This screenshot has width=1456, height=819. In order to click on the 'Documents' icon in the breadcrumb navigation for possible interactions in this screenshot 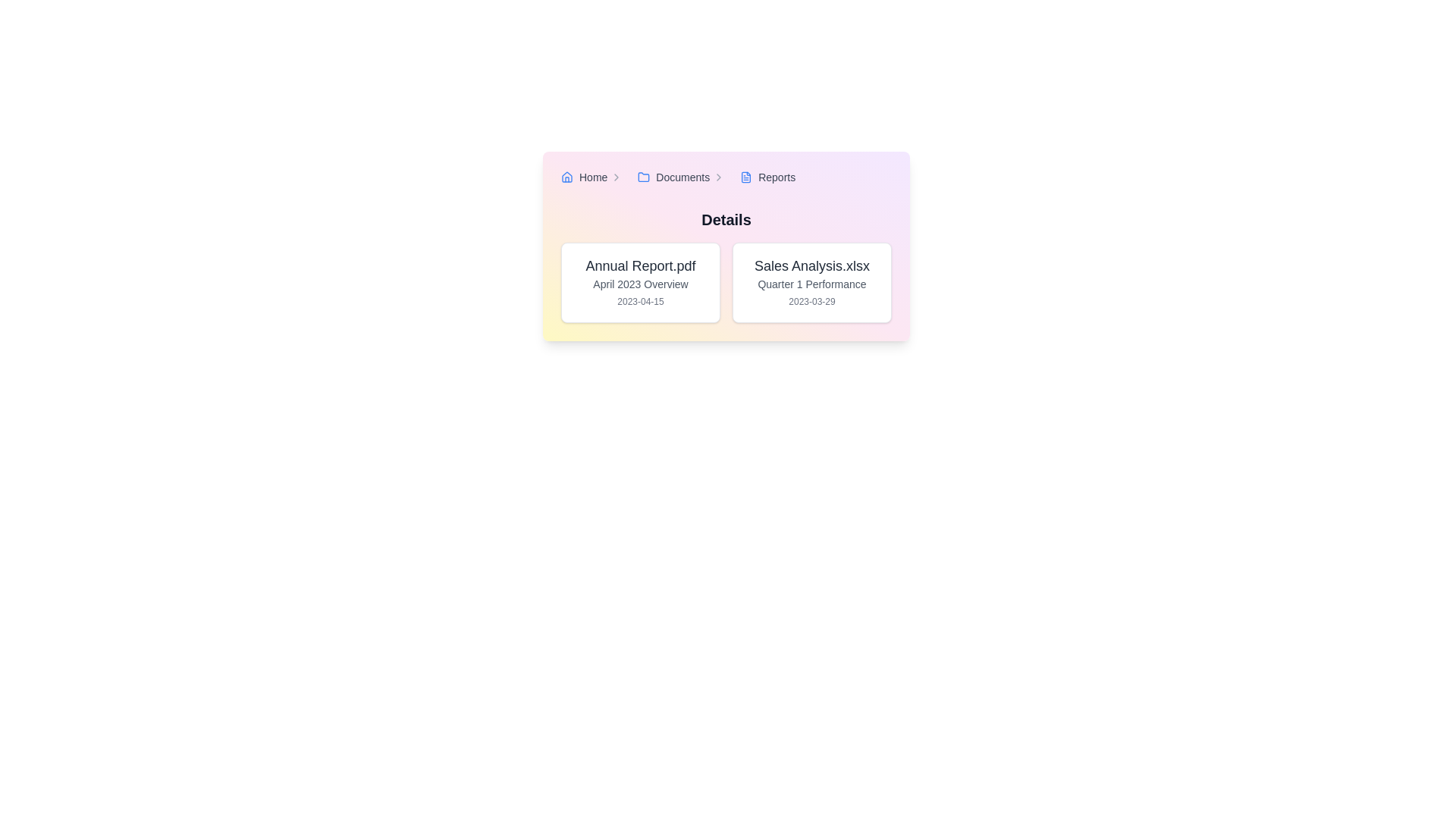, I will do `click(644, 177)`.